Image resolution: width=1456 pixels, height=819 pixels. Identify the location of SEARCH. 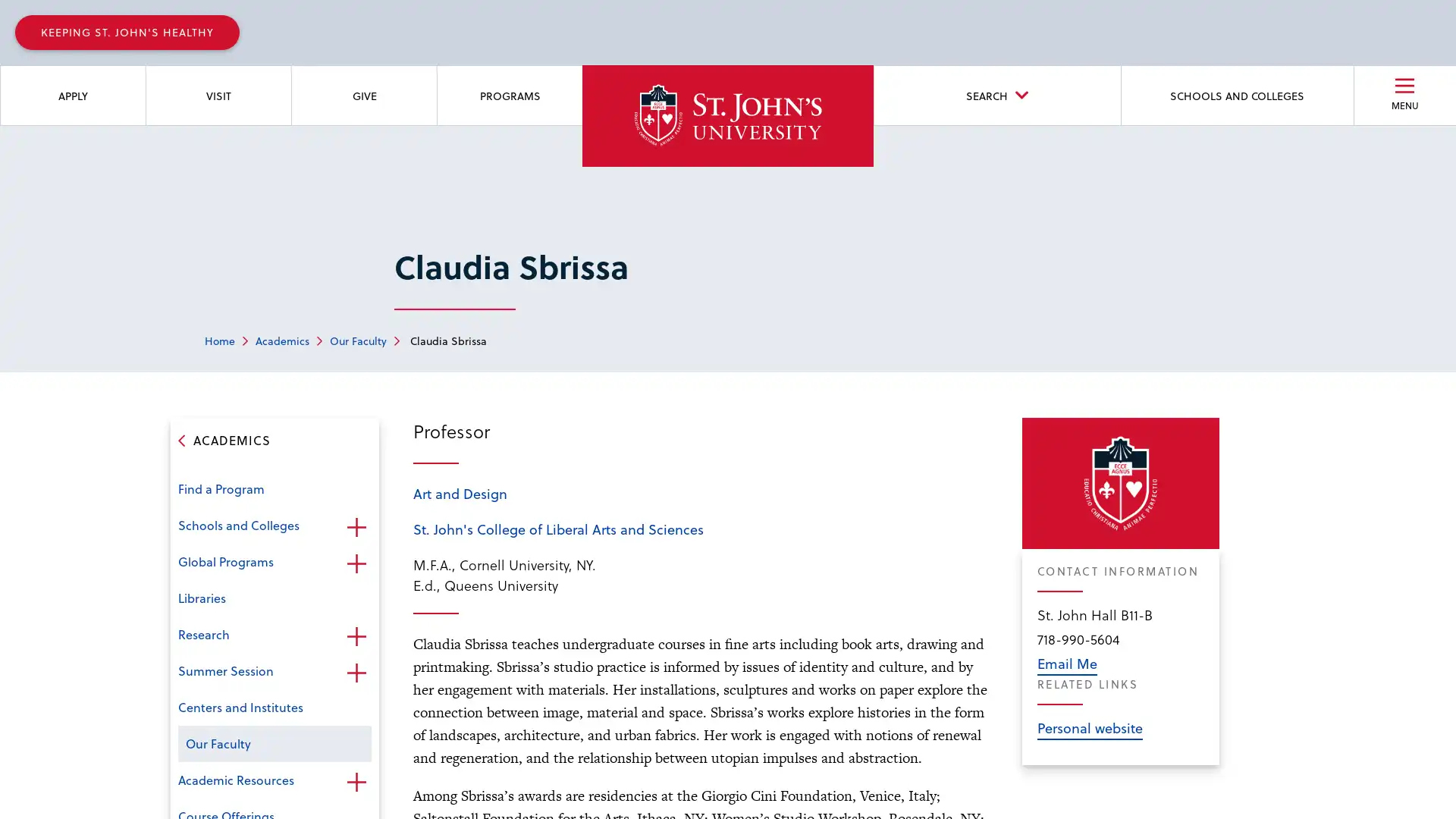
(996, 96).